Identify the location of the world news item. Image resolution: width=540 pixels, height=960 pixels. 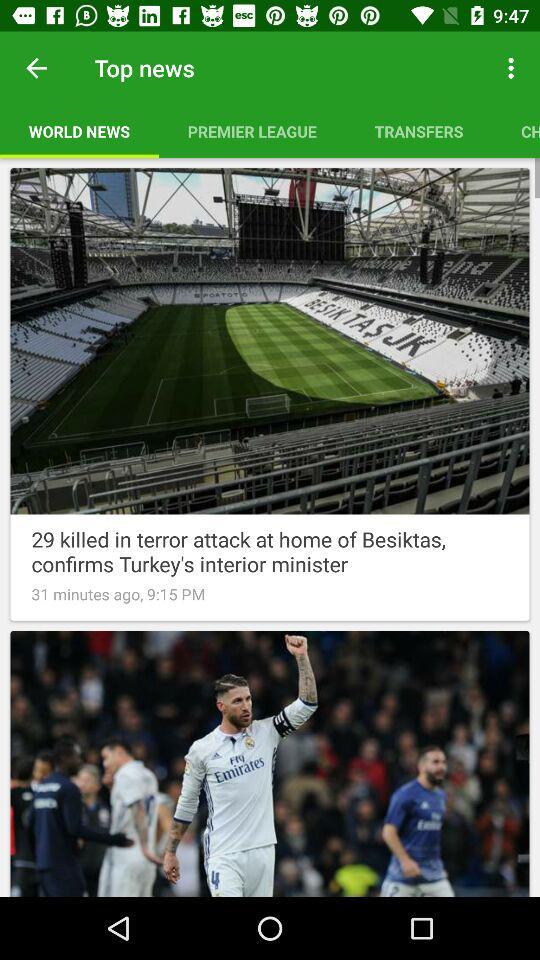
(78, 130).